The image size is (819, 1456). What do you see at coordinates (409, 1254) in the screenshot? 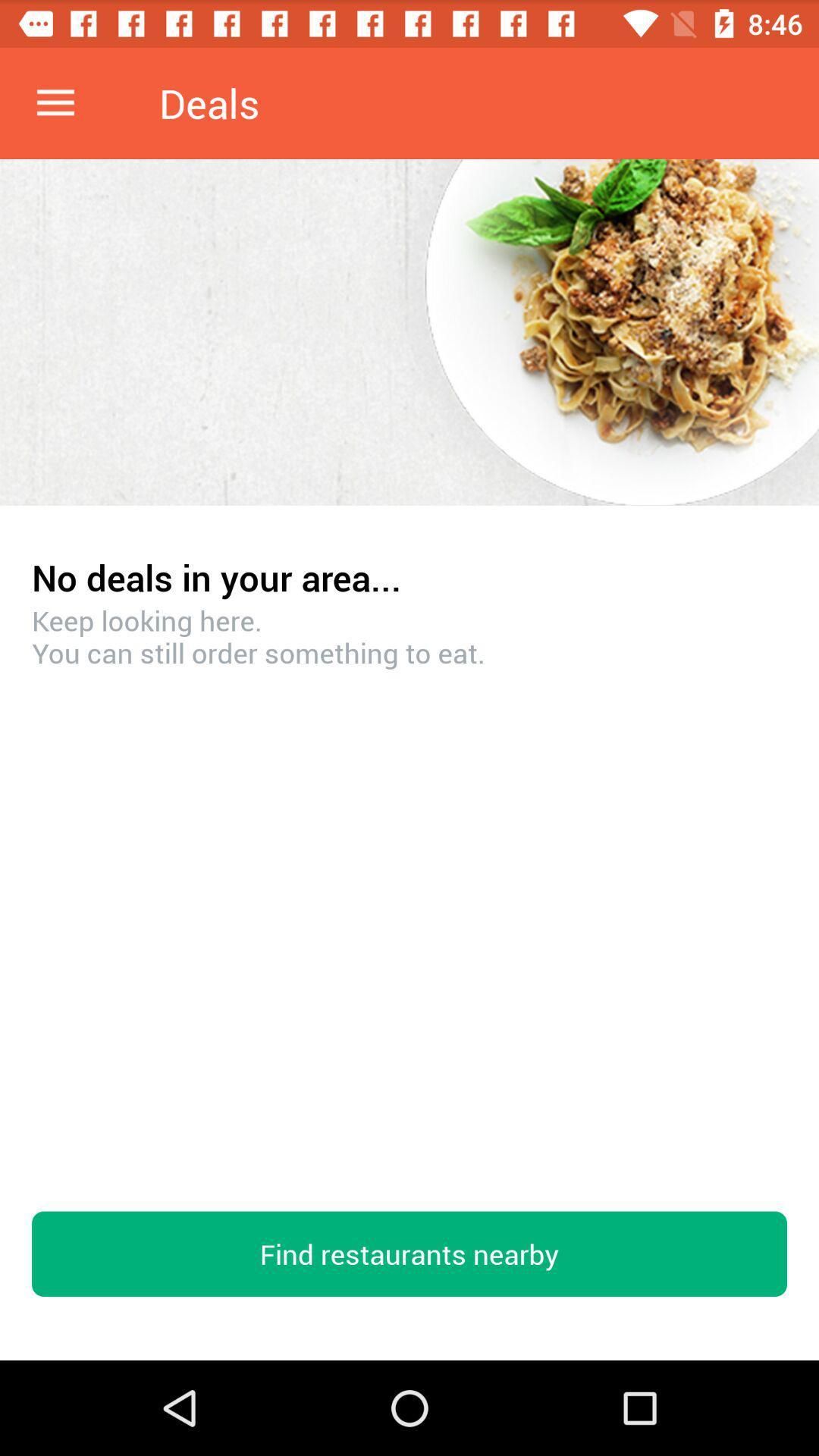
I see `the find restaurants nearby item` at bounding box center [409, 1254].